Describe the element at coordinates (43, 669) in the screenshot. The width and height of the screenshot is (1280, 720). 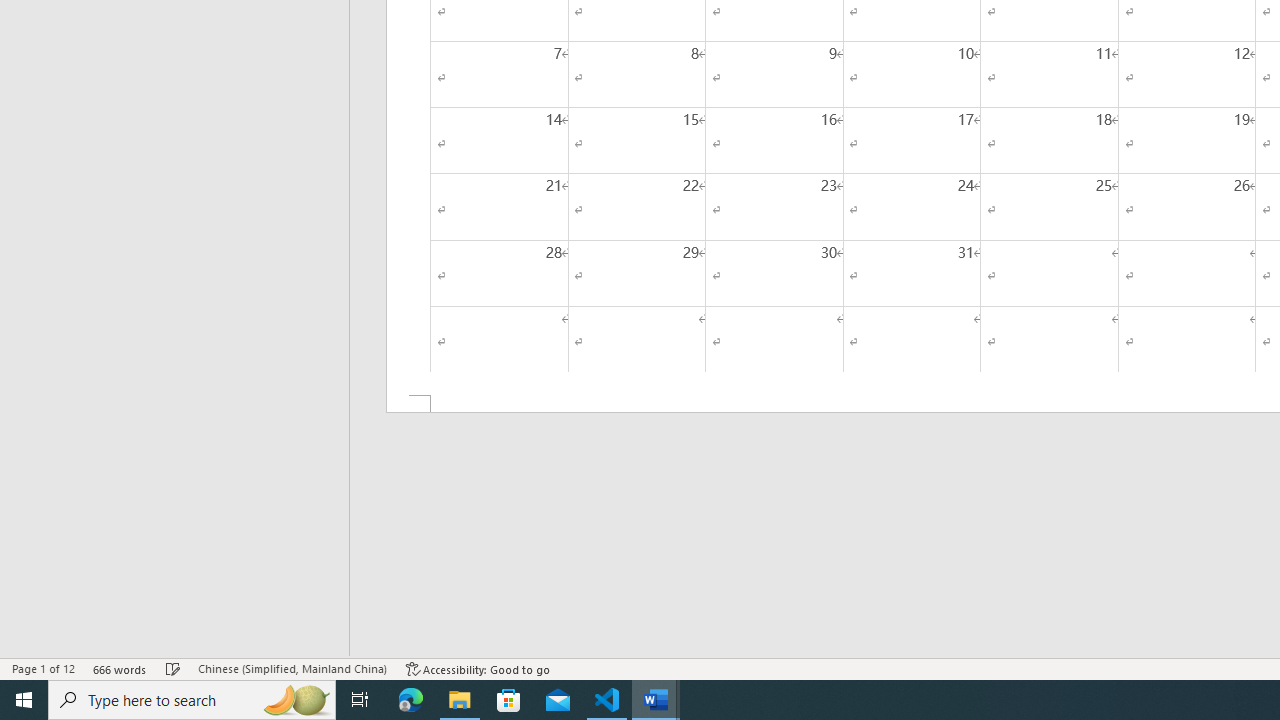
I see `'Page Number Page 1 of 12'` at that location.